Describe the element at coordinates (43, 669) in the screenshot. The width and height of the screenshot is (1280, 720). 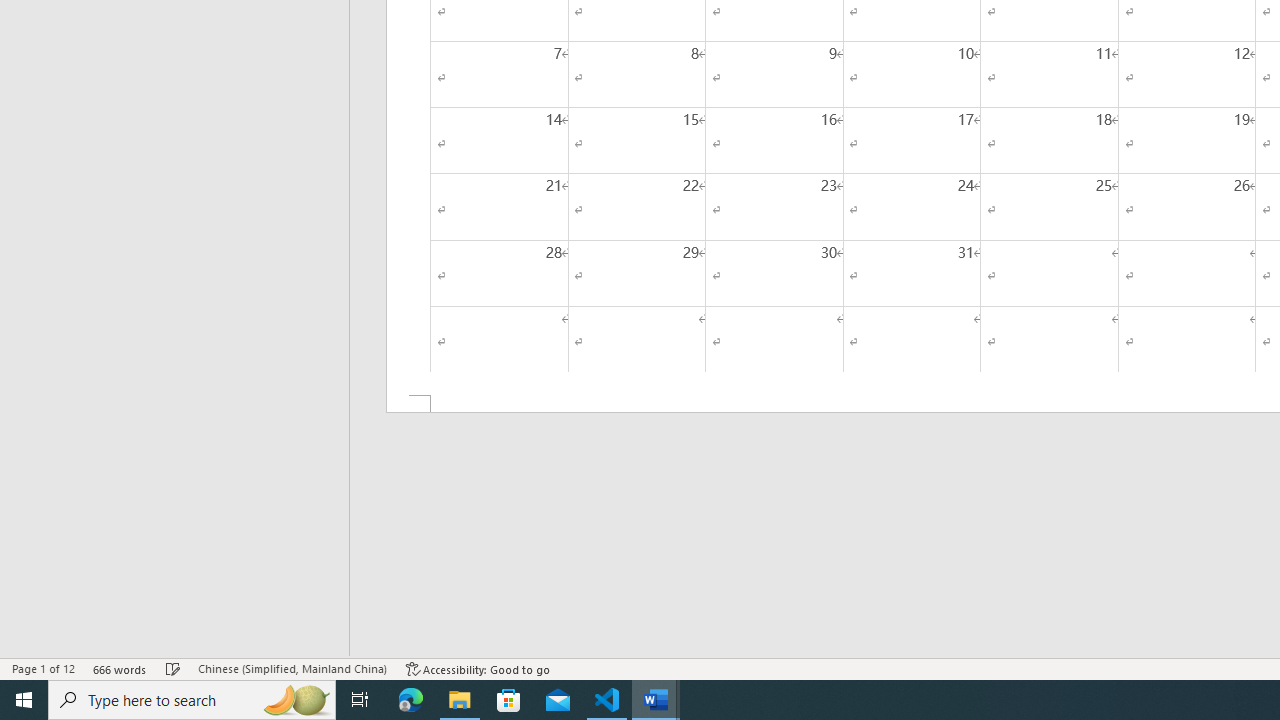
I see `'Page Number Page 1 of 12'` at that location.